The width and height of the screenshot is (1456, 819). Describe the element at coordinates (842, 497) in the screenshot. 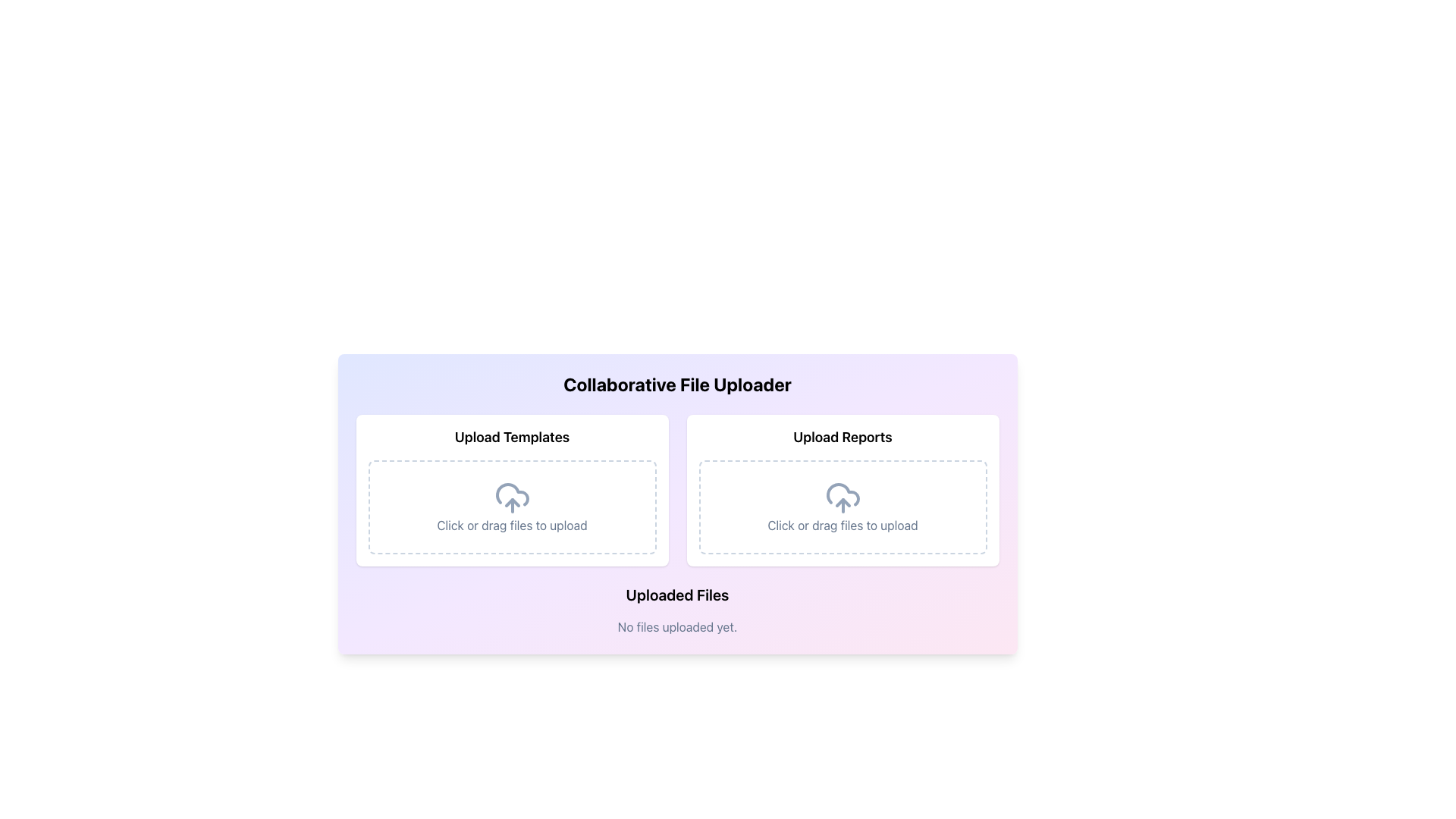

I see `the decorative upload icon, which is a cloud with an upward-pointing arrow, located in the 'Upload Reports' section of the file uploader interface` at that location.